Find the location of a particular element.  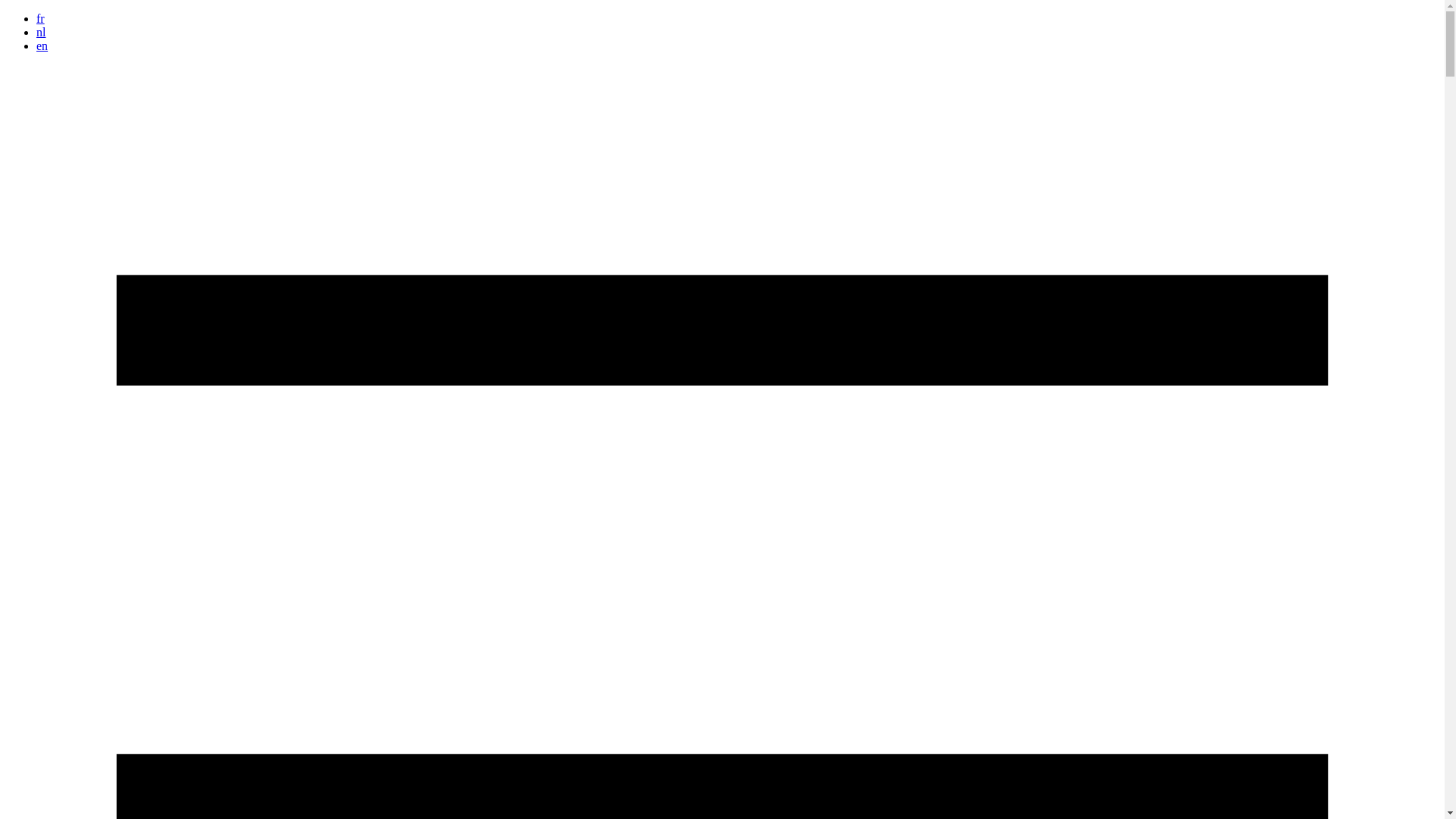

'fr' is located at coordinates (40, 18).